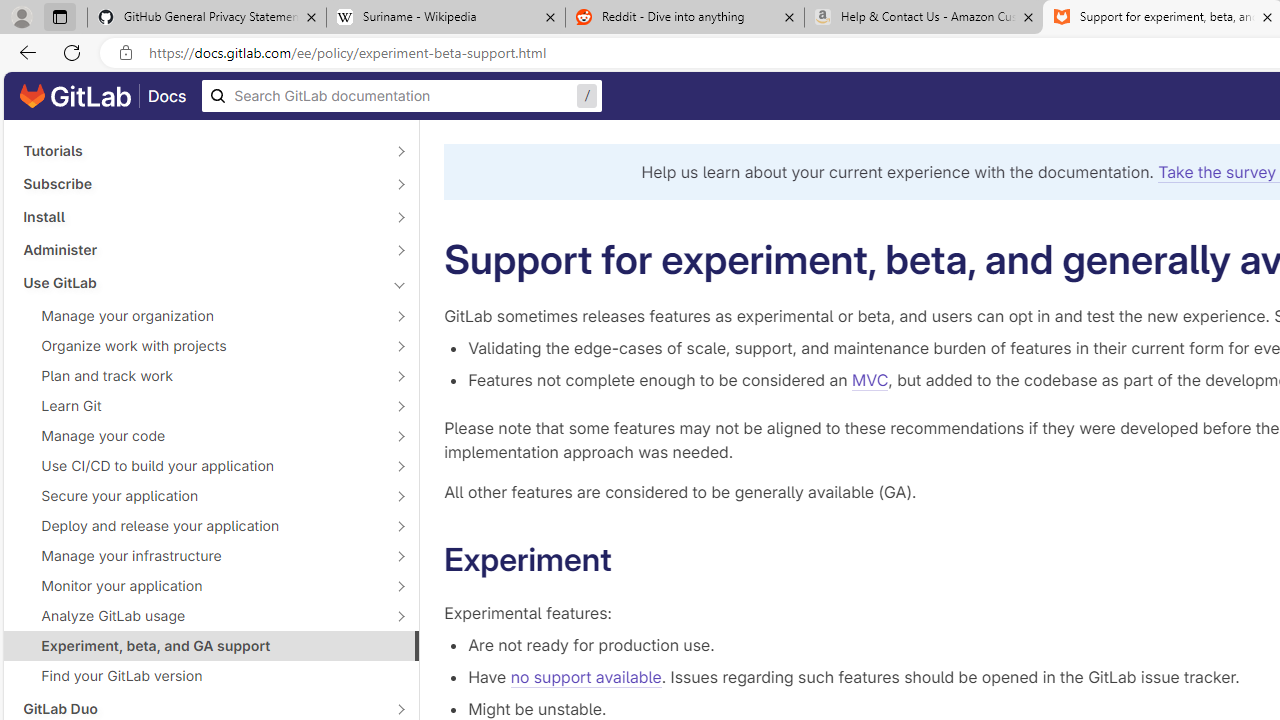  I want to click on 'Organize work with projects', so click(200, 344).